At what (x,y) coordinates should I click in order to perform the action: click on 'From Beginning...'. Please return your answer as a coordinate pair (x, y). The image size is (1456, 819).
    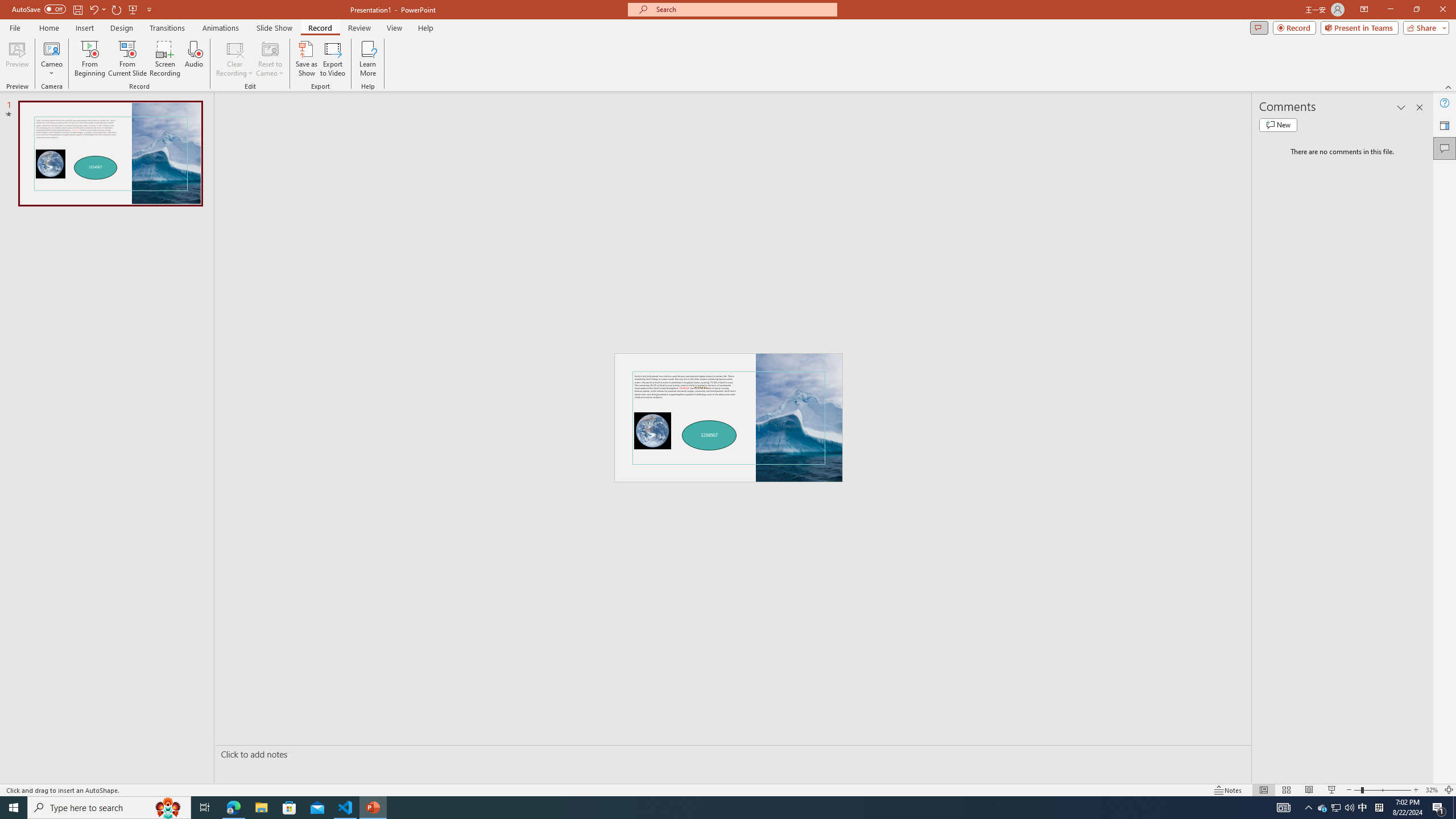
    Looking at the image, I should click on (89, 59).